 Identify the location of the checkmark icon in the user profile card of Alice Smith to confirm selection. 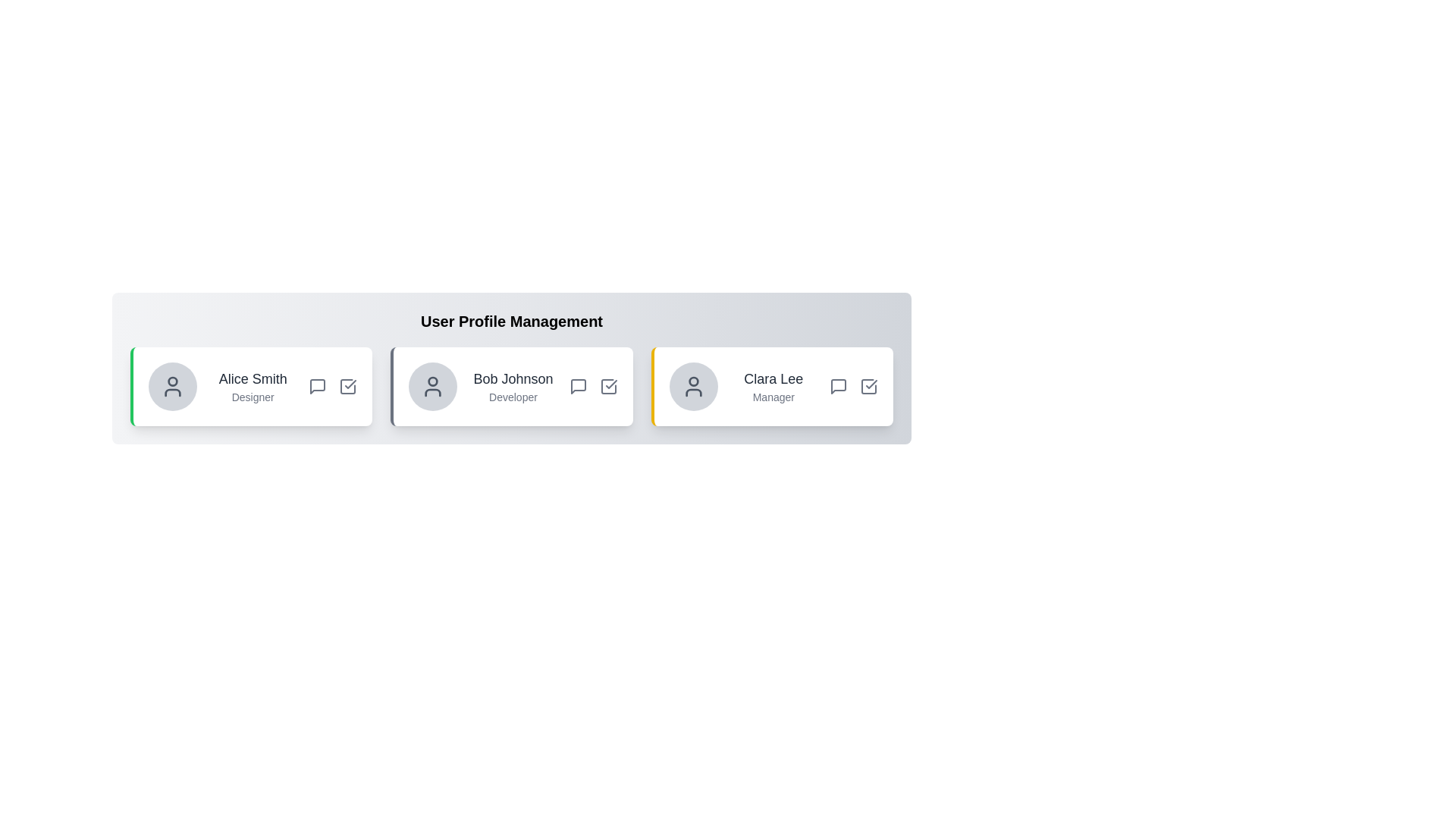
(347, 385).